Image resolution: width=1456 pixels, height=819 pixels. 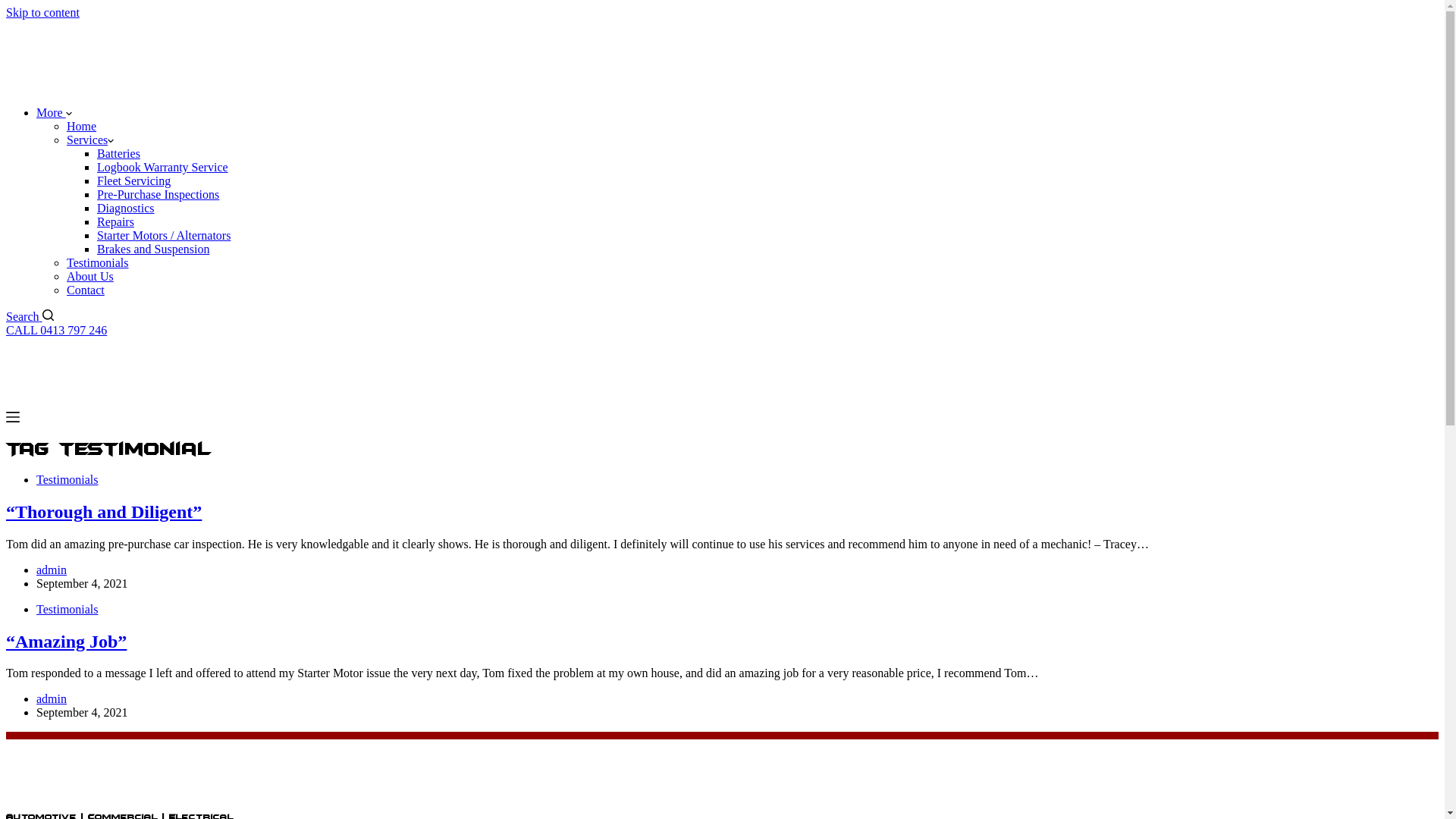 I want to click on 'Skip to content', so click(x=42, y=12).